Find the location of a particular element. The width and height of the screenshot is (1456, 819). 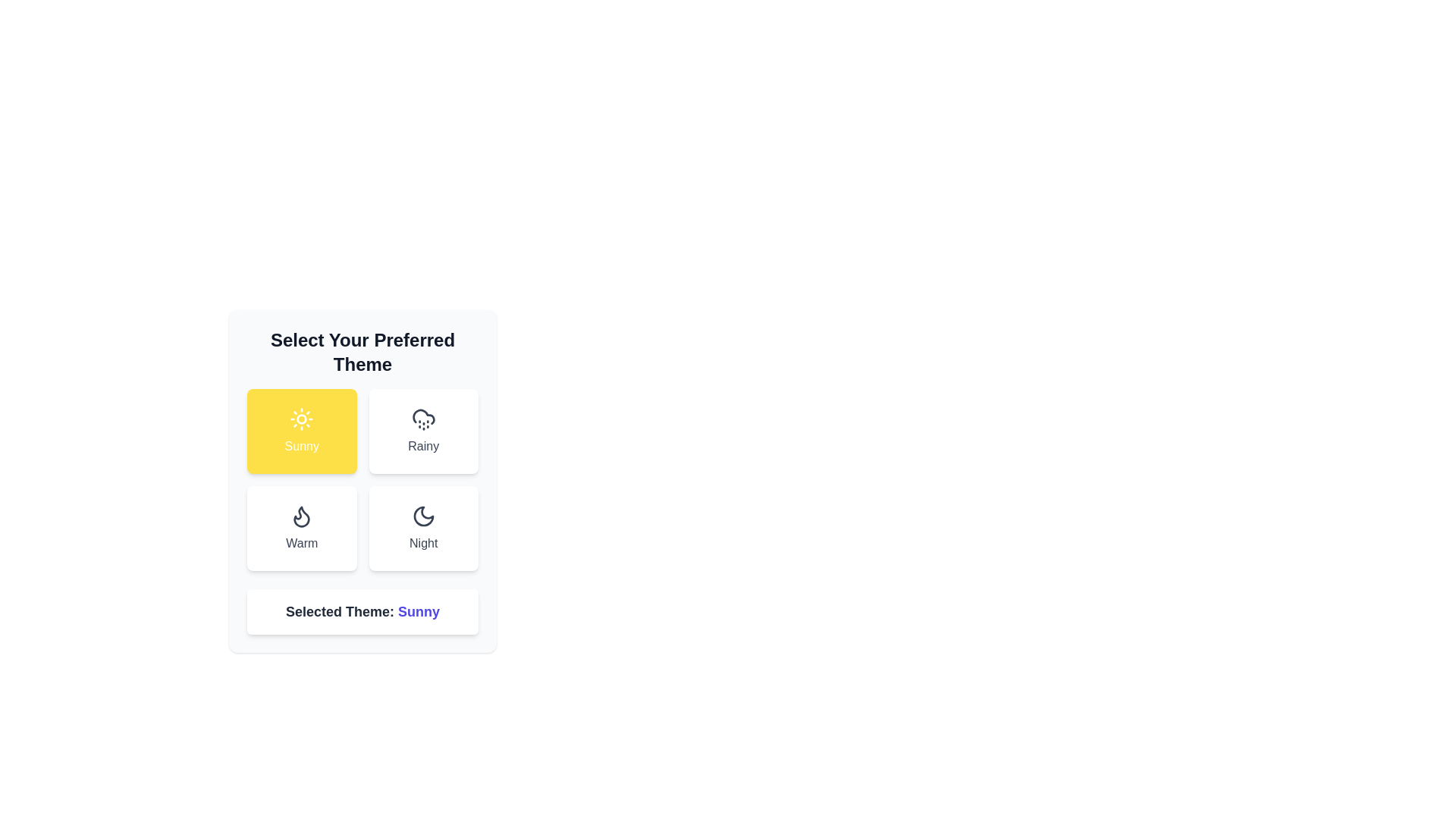

the theme button labeled Night to select it is located at coordinates (423, 528).